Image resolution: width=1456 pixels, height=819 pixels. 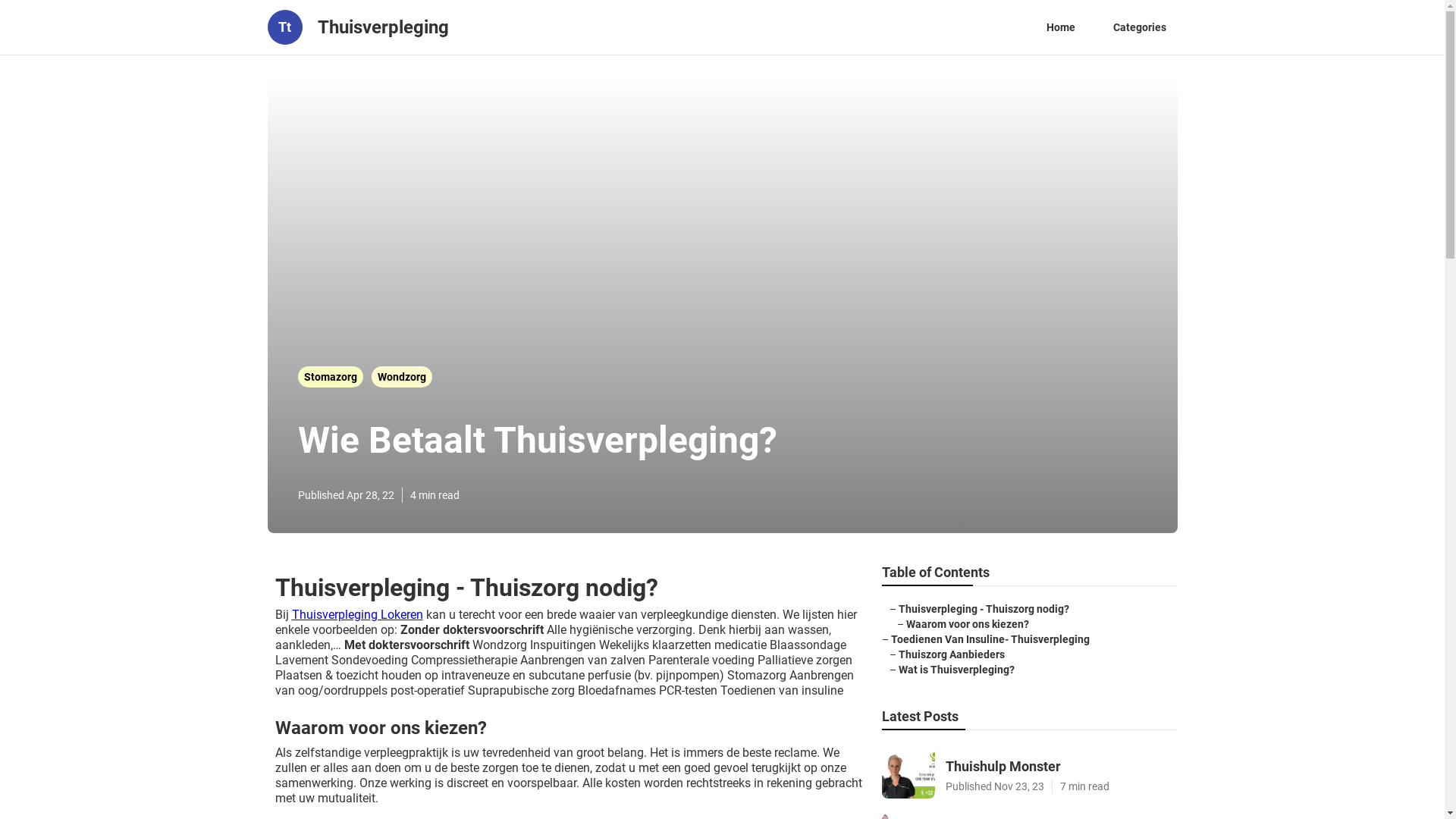 What do you see at coordinates (330, 376) in the screenshot?
I see `'Stomazorg'` at bounding box center [330, 376].